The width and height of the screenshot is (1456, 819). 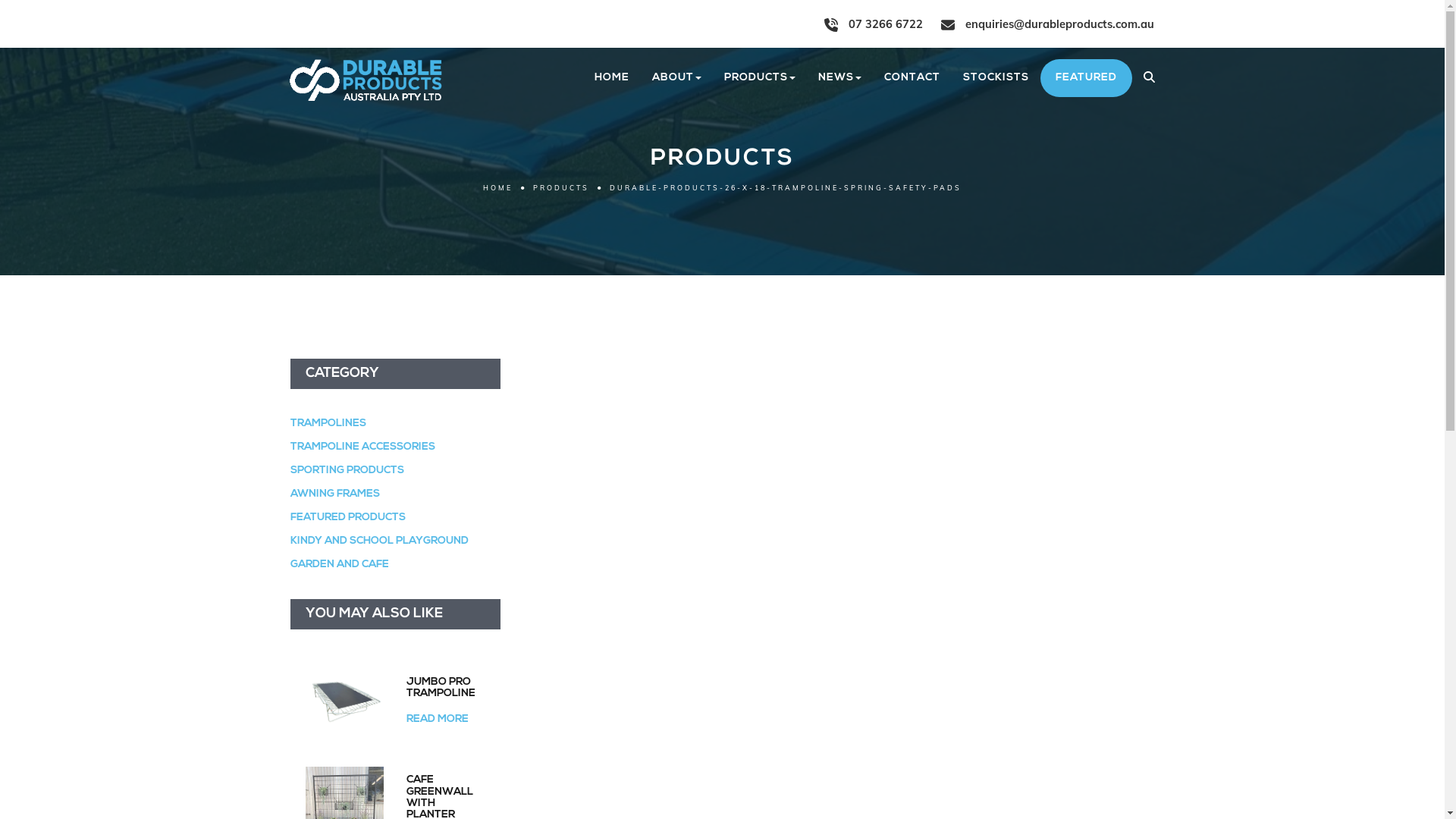 What do you see at coordinates (611, 78) in the screenshot?
I see `'HOME'` at bounding box center [611, 78].